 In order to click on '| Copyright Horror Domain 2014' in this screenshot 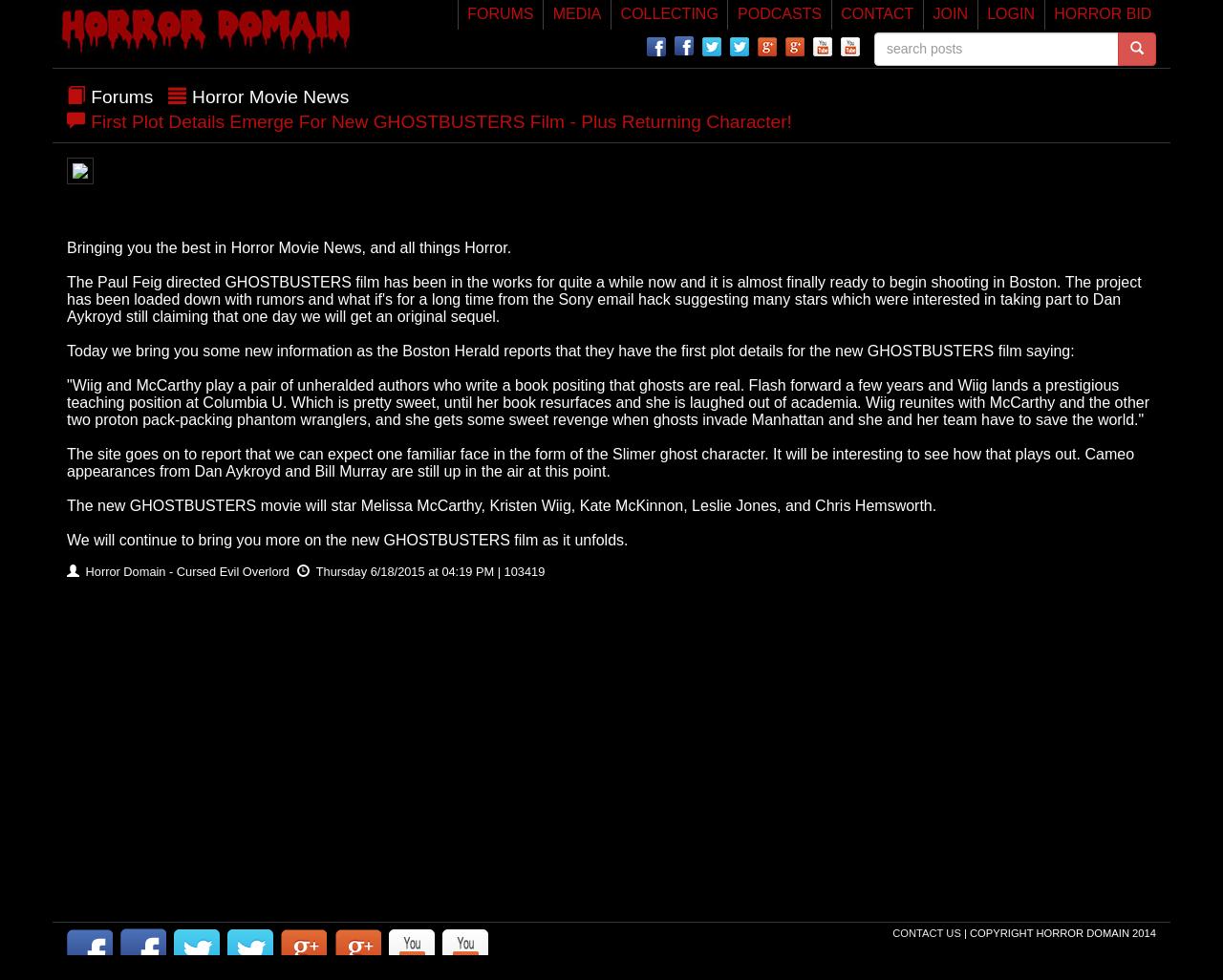, I will do `click(1058, 931)`.